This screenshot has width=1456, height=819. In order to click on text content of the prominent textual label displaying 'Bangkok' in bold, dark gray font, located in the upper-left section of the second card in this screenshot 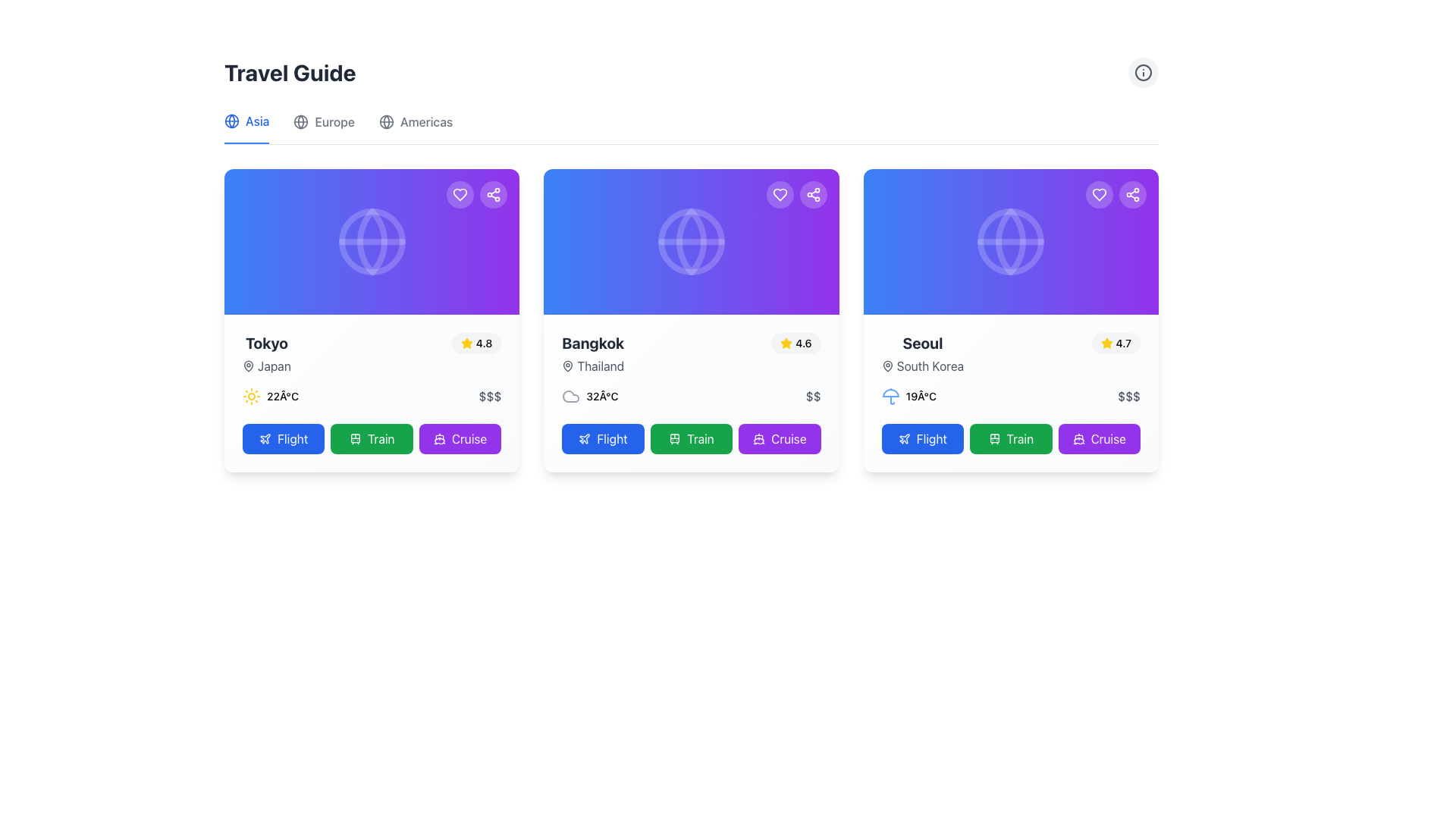, I will do `click(592, 343)`.